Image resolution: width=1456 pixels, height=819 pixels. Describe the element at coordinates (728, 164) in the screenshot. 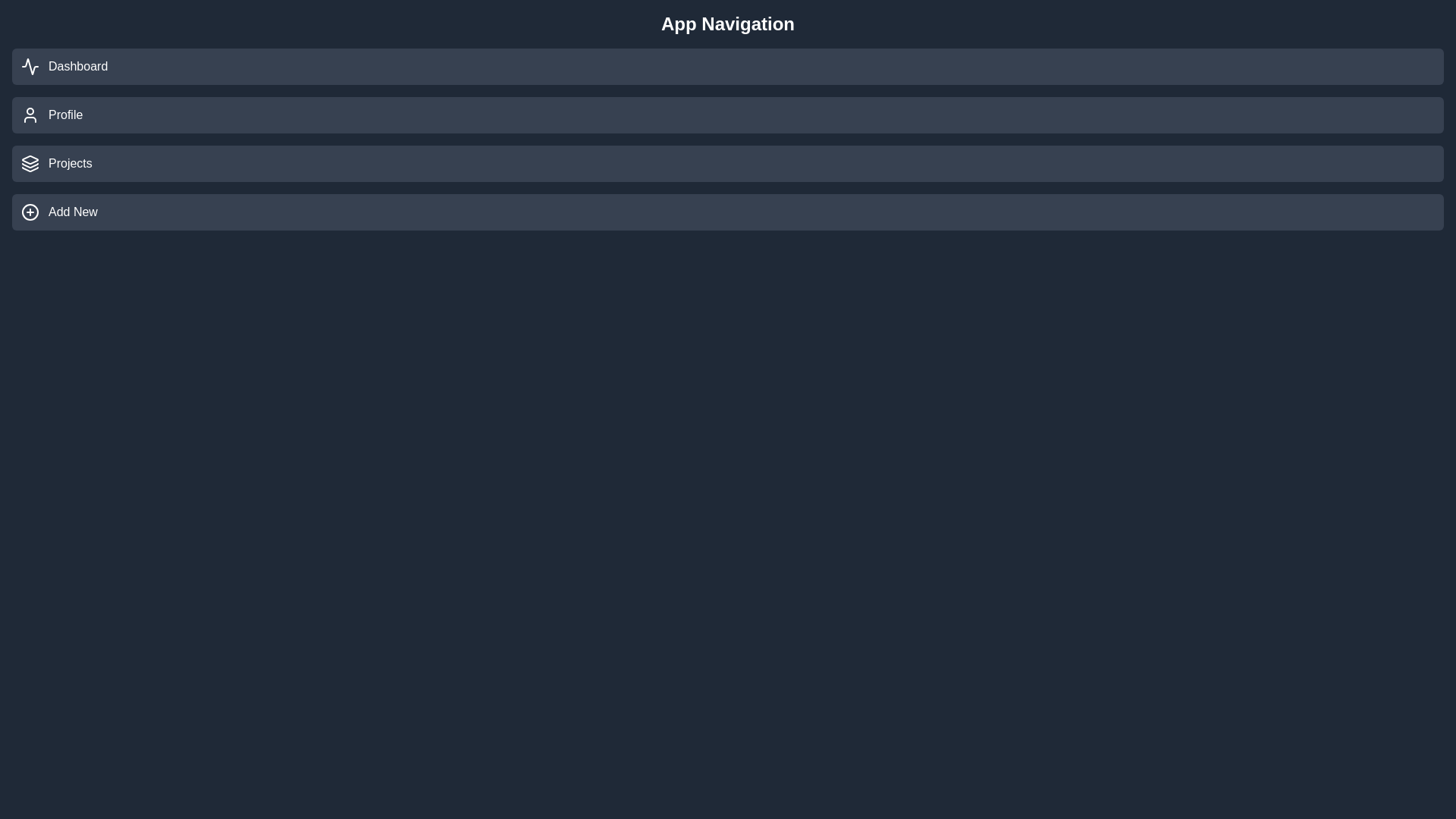

I see `the 'Projects' button in the vertical navigation menu` at that location.